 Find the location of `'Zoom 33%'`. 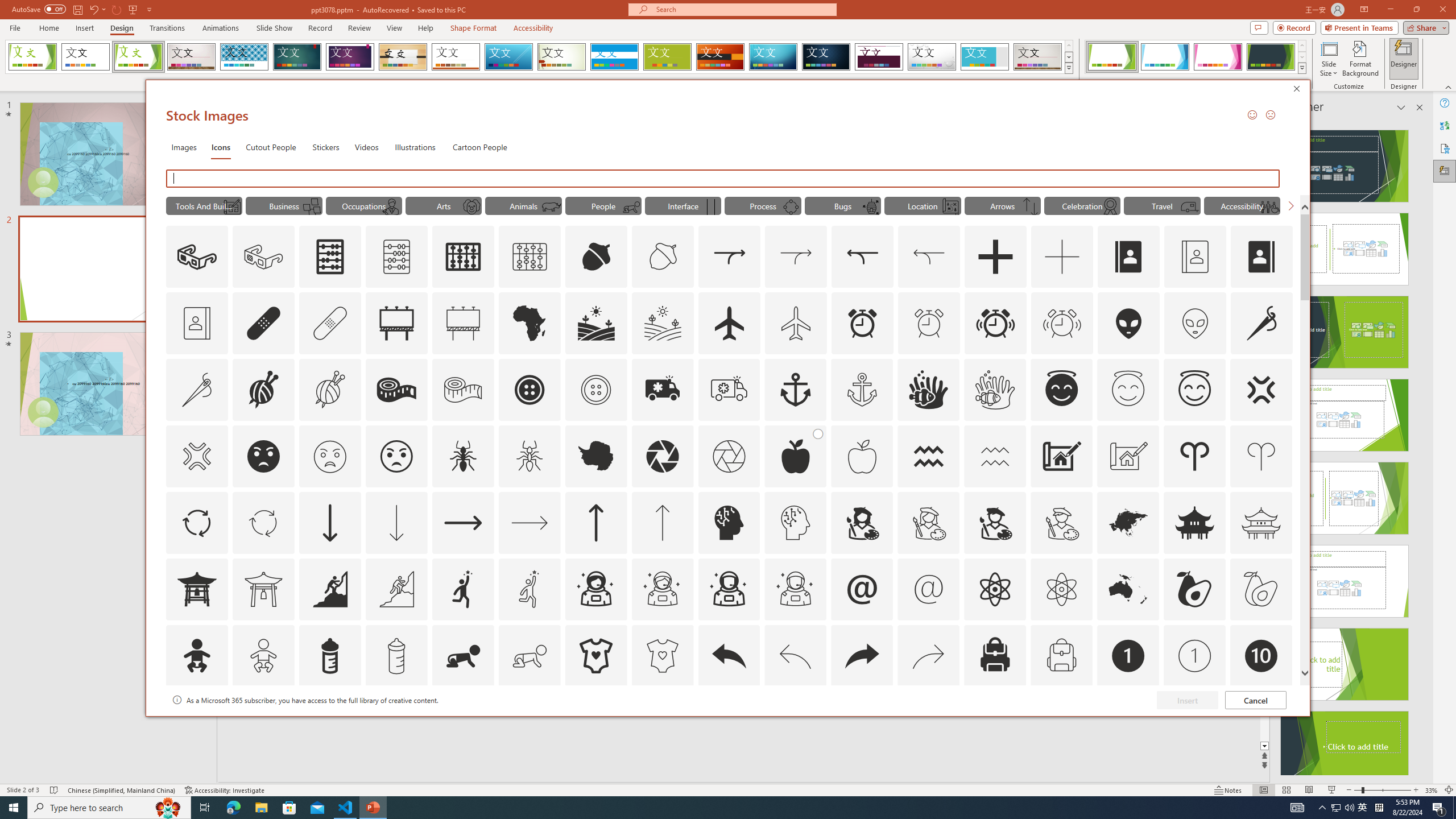

'Zoom 33%' is located at coordinates (1431, 790).